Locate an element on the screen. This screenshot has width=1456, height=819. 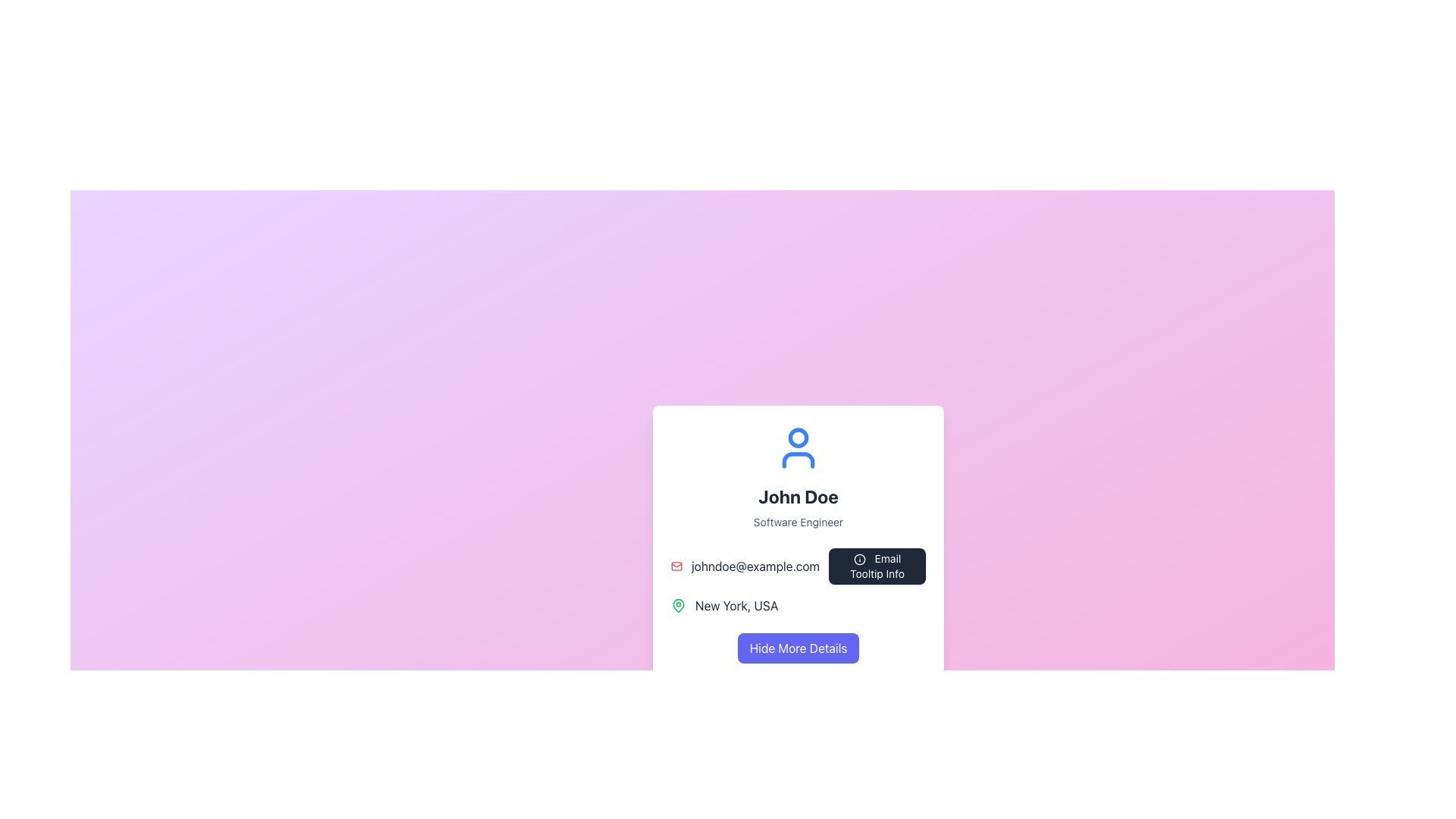
the email address text in the informational row located below 'John Doe' and above 'New York, USA' to copy it is located at coordinates (797, 566).